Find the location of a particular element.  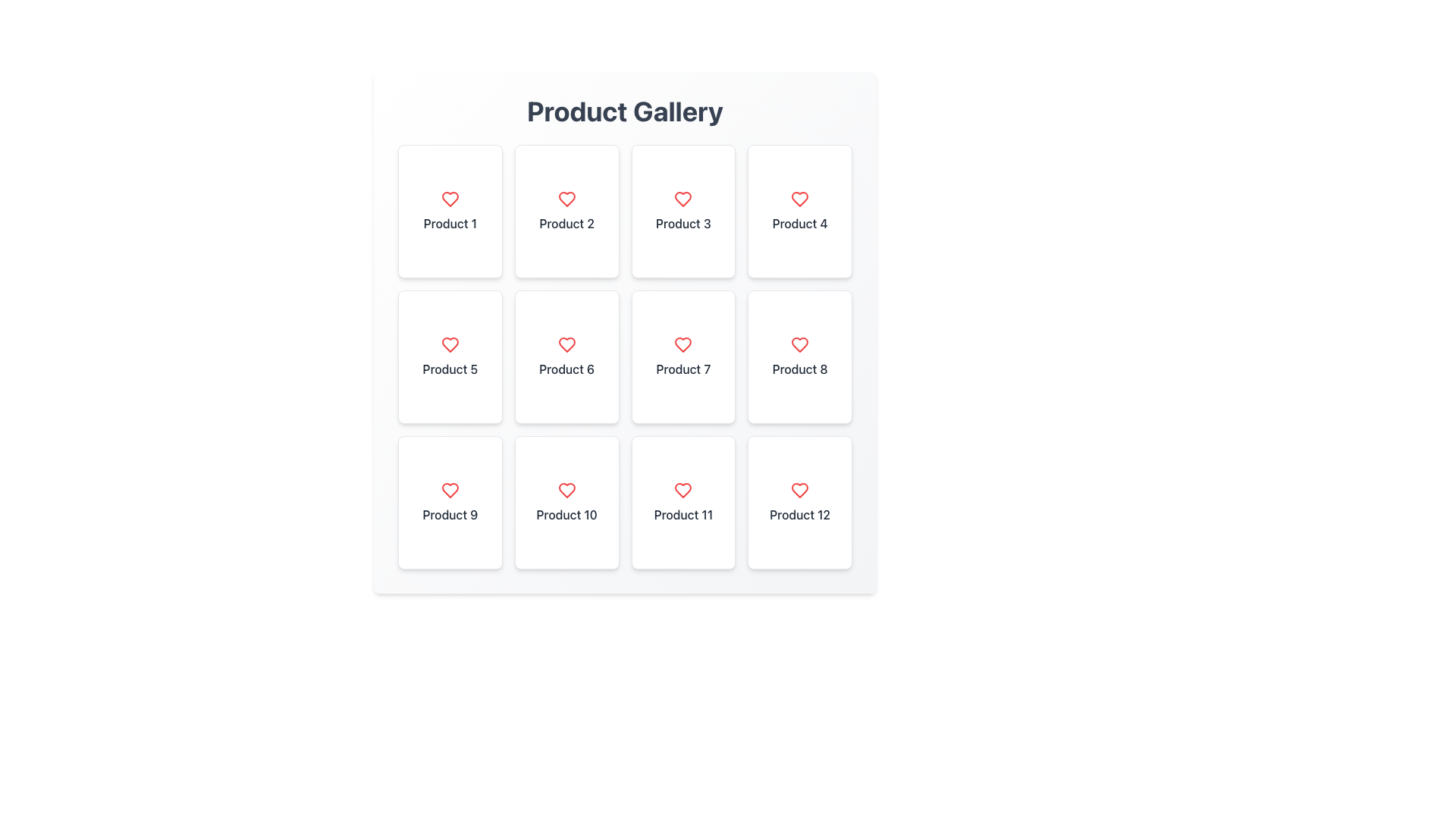

the Card element, which features a shadowed white background, rounded borders, a red heart icon, and the centered text 'Product 12'. It is positioned as the last element in a 4x3 grid layout is located at coordinates (799, 503).